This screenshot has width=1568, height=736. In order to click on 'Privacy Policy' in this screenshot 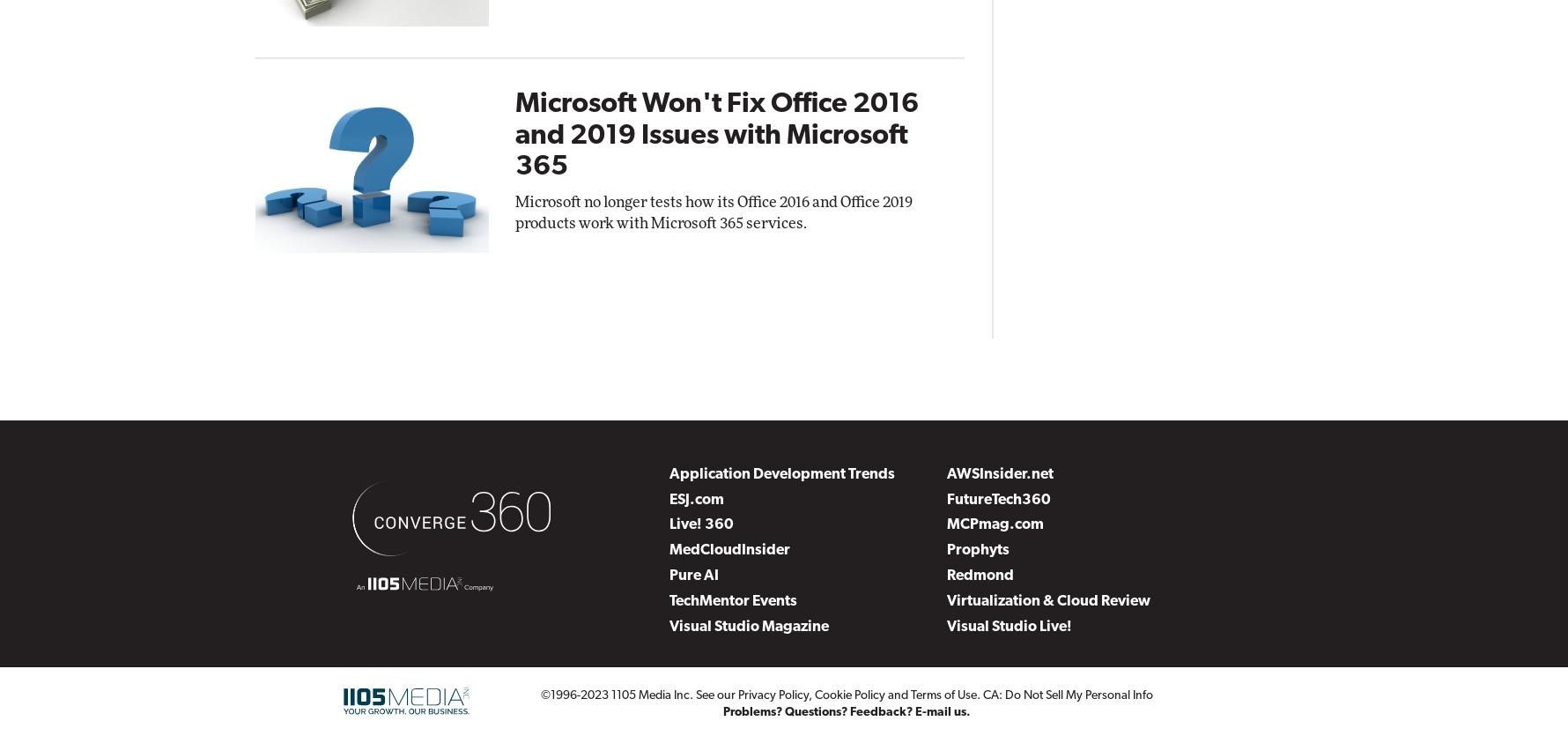, I will do `click(773, 694)`.